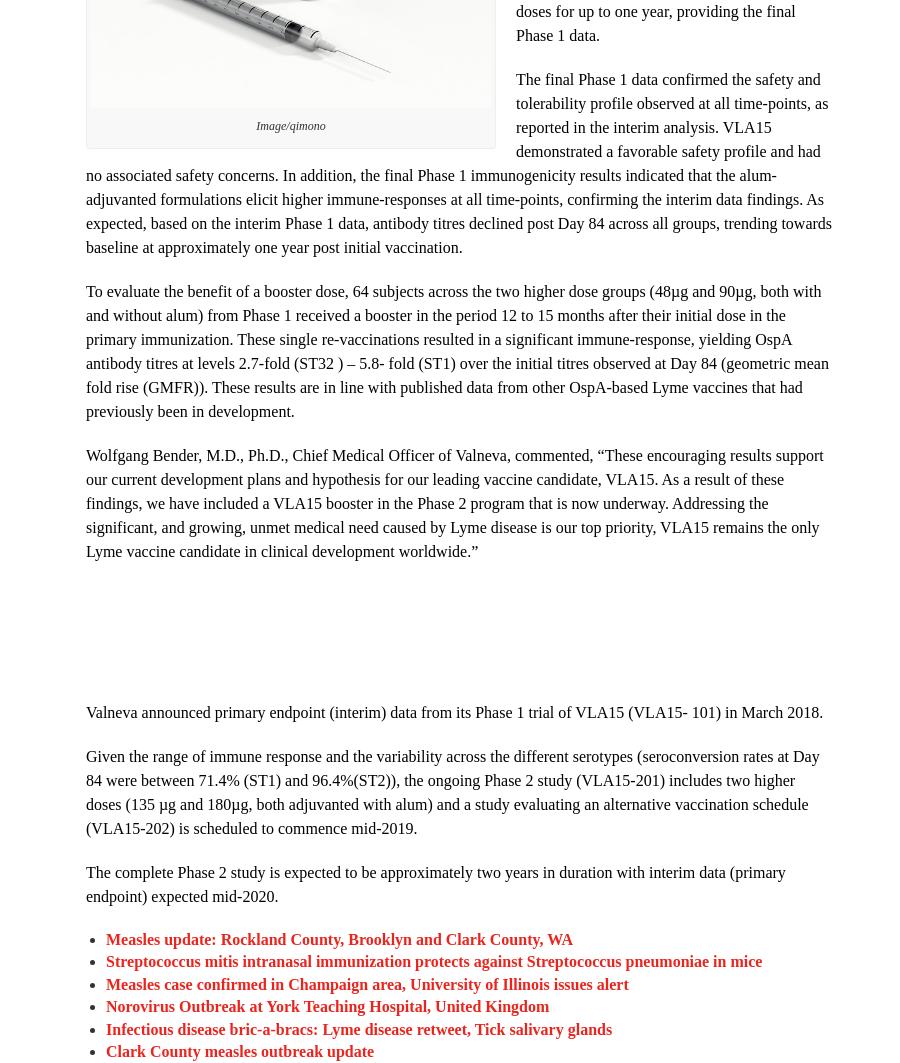 The image size is (900, 1063). I want to click on 'Norovirus Outbreak at York Teaching Hospital, United Kingdom', so click(326, 1005).